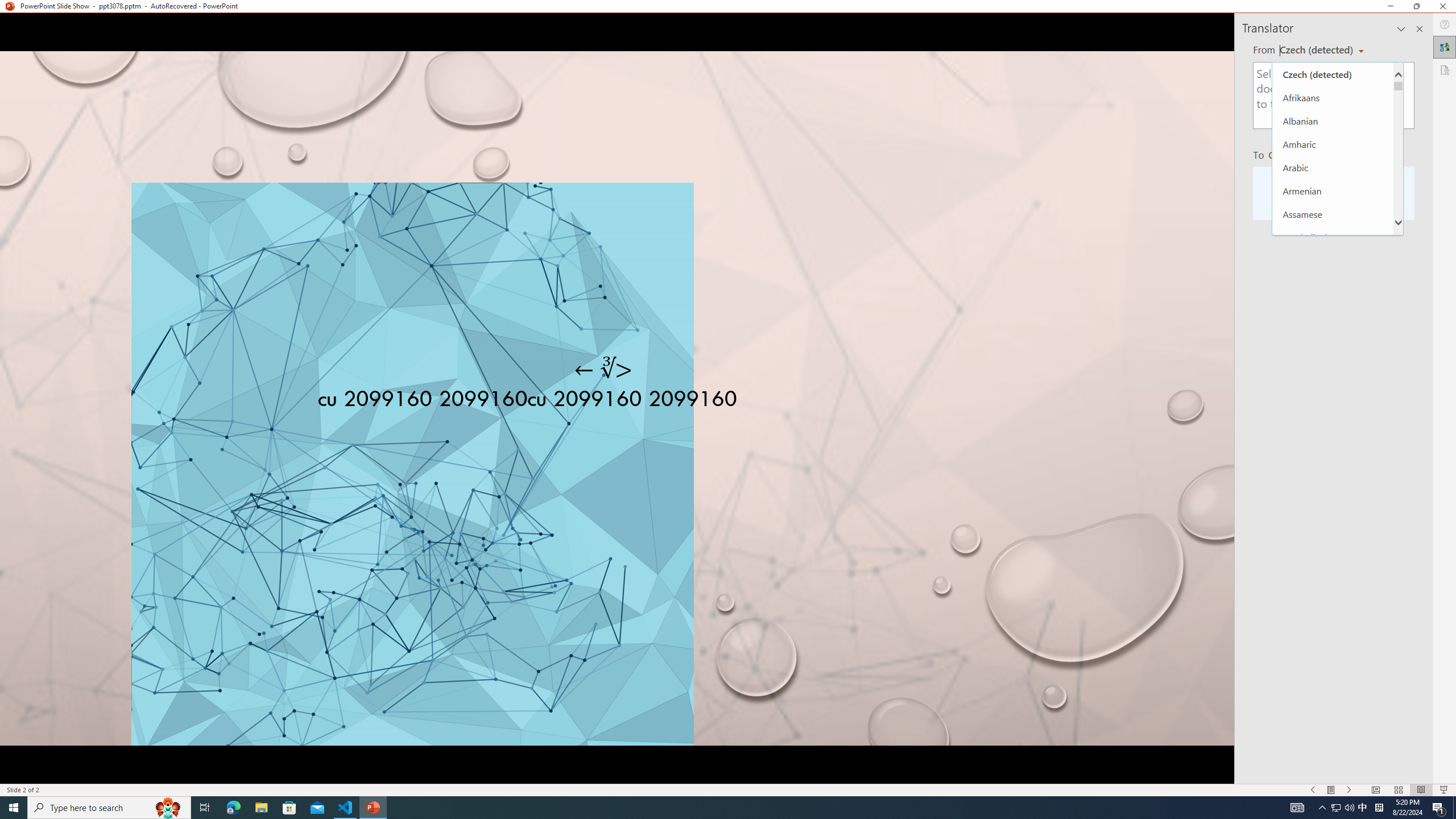 Image resolution: width=1456 pixels, height=819 pixels. Describe the element at coordinates (1333, 190) in the screenshot. I see `'Armenian'` at that location.